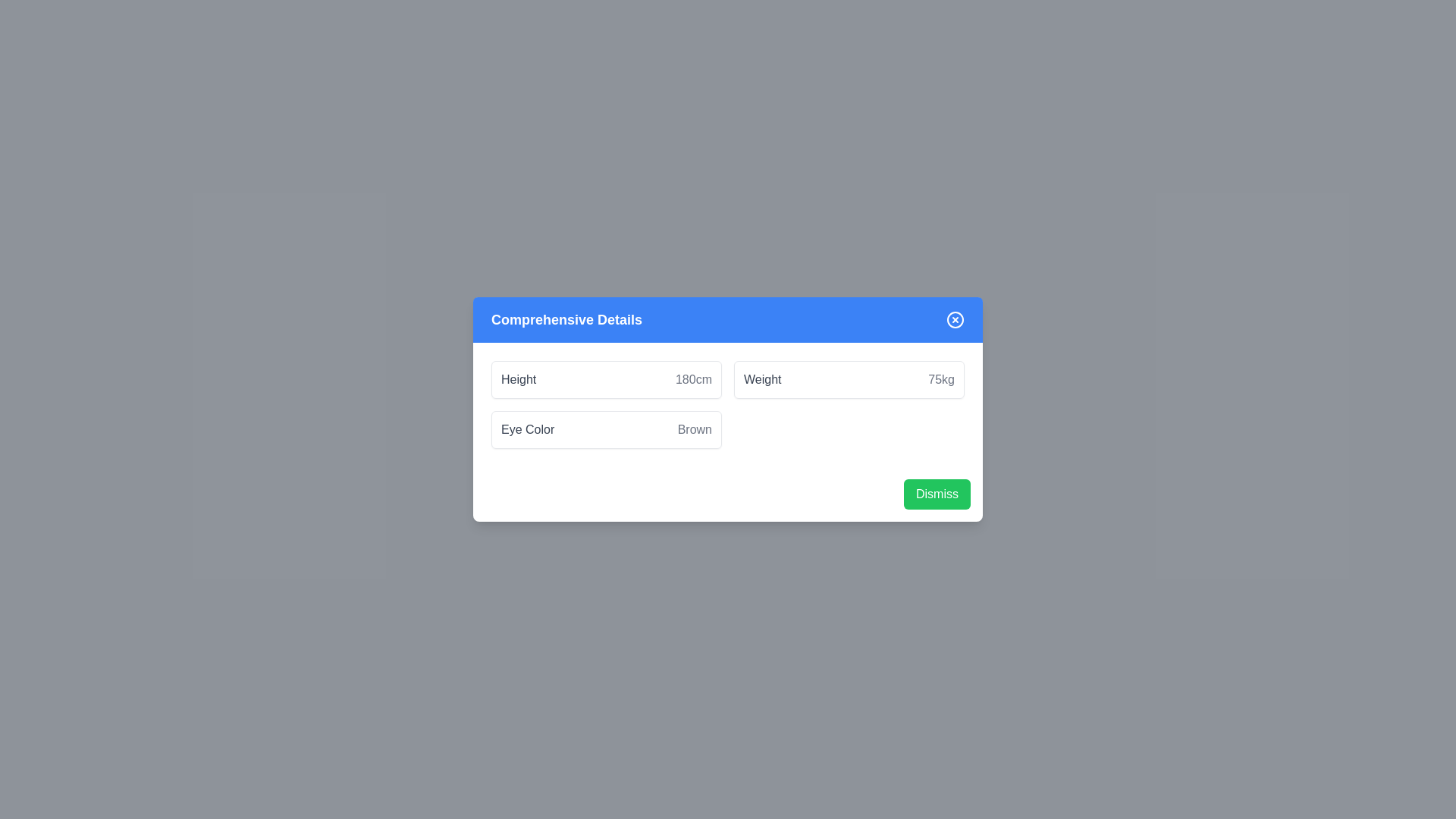 The height and width of the screenshot is (819, 1456). I want to click on the 'X' button in the header of the dialog to close it, so click(954, 318).